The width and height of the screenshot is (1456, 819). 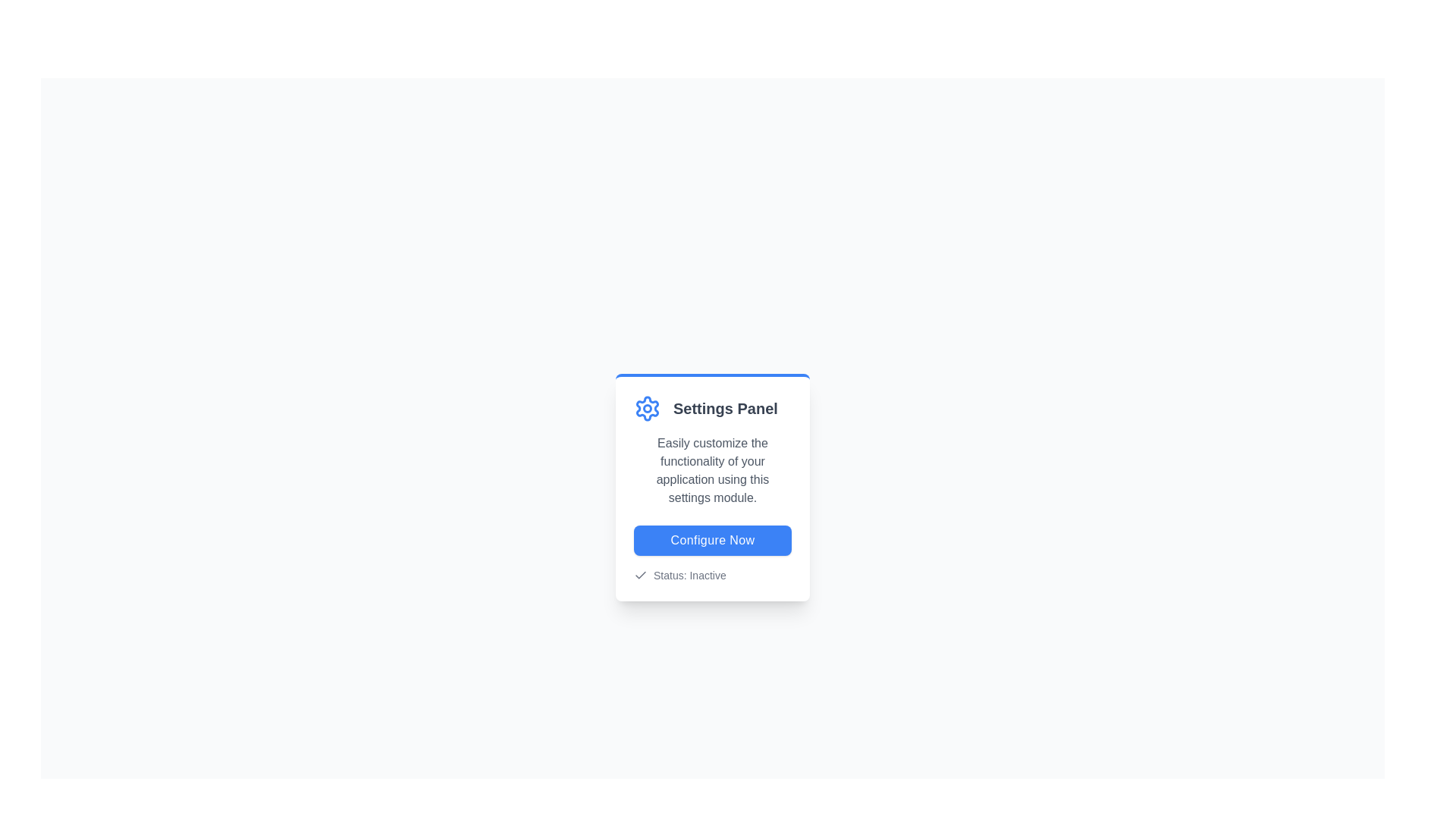 I want to click on SVG circle element that serves as a decorative center point for the gear icon, located to the left of the 'Settings Panel' heading, so click(x=648, y=408).